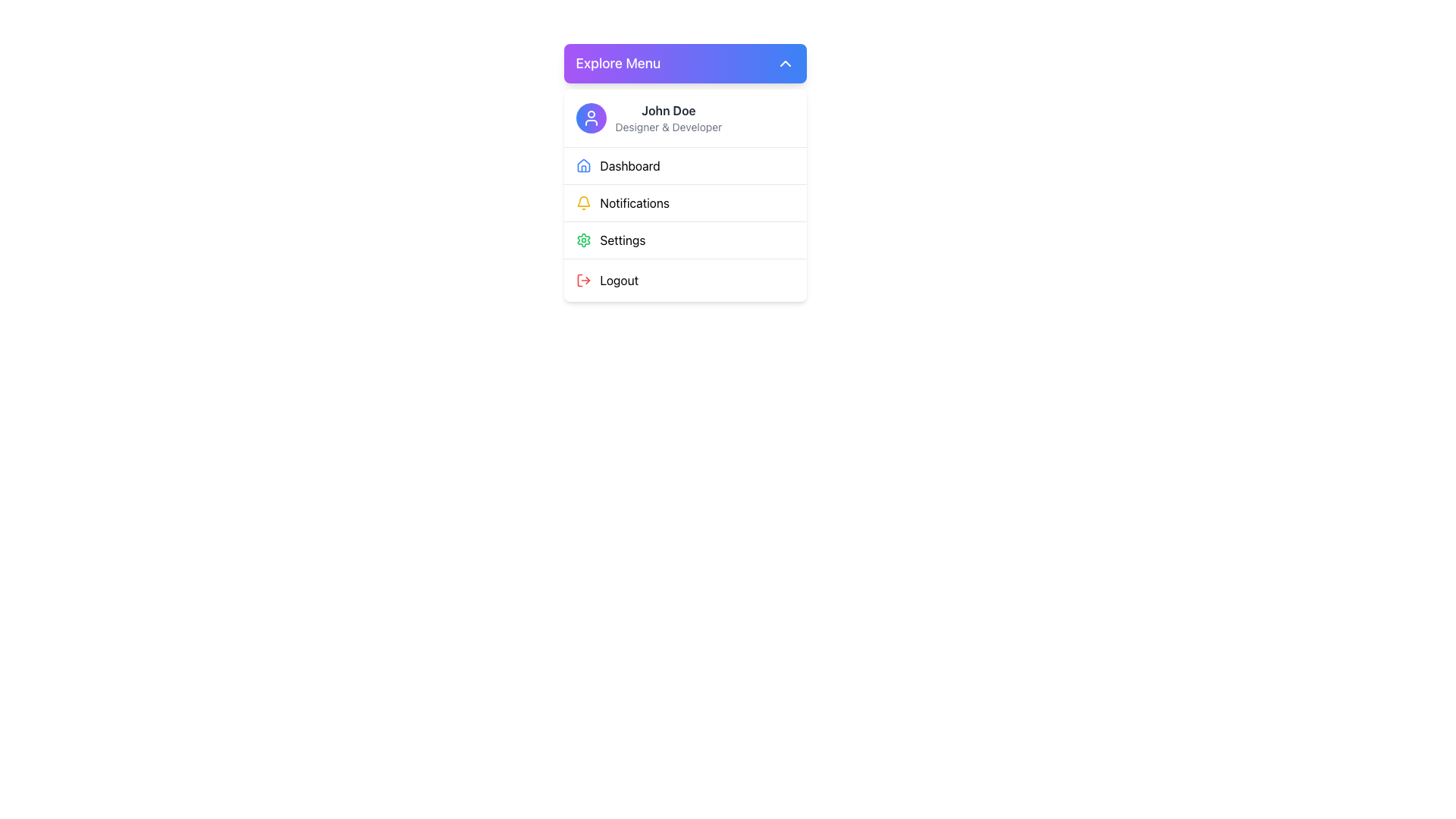 Image resolution: width=1456 pixels, height=819 pixels. I want to click on the second item in the vertical list of the side menu, so click(684, 202).